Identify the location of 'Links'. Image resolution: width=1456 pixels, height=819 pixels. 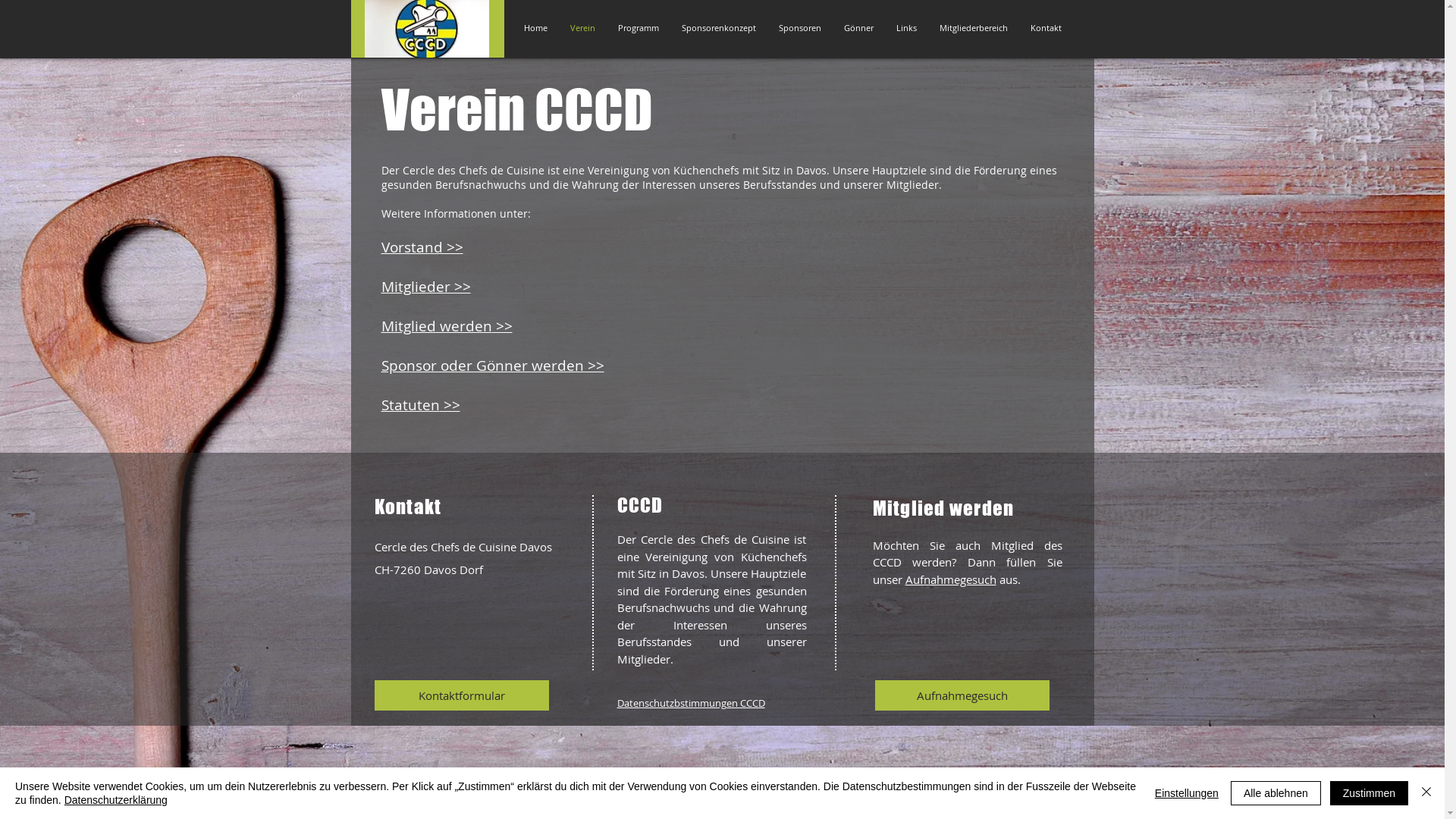
(905, 28).